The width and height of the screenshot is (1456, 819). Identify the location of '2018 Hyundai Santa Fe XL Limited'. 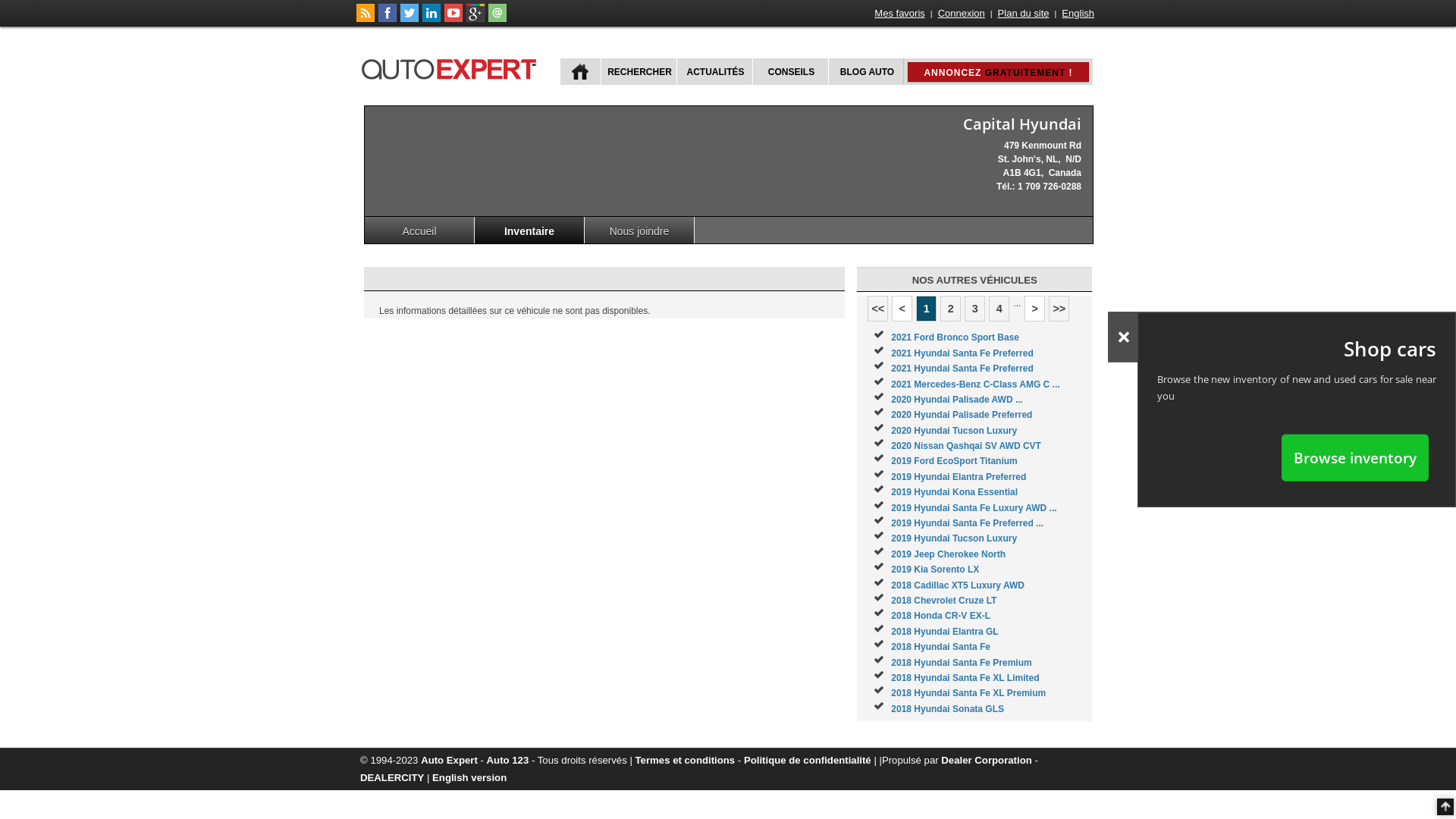
(964, 677).